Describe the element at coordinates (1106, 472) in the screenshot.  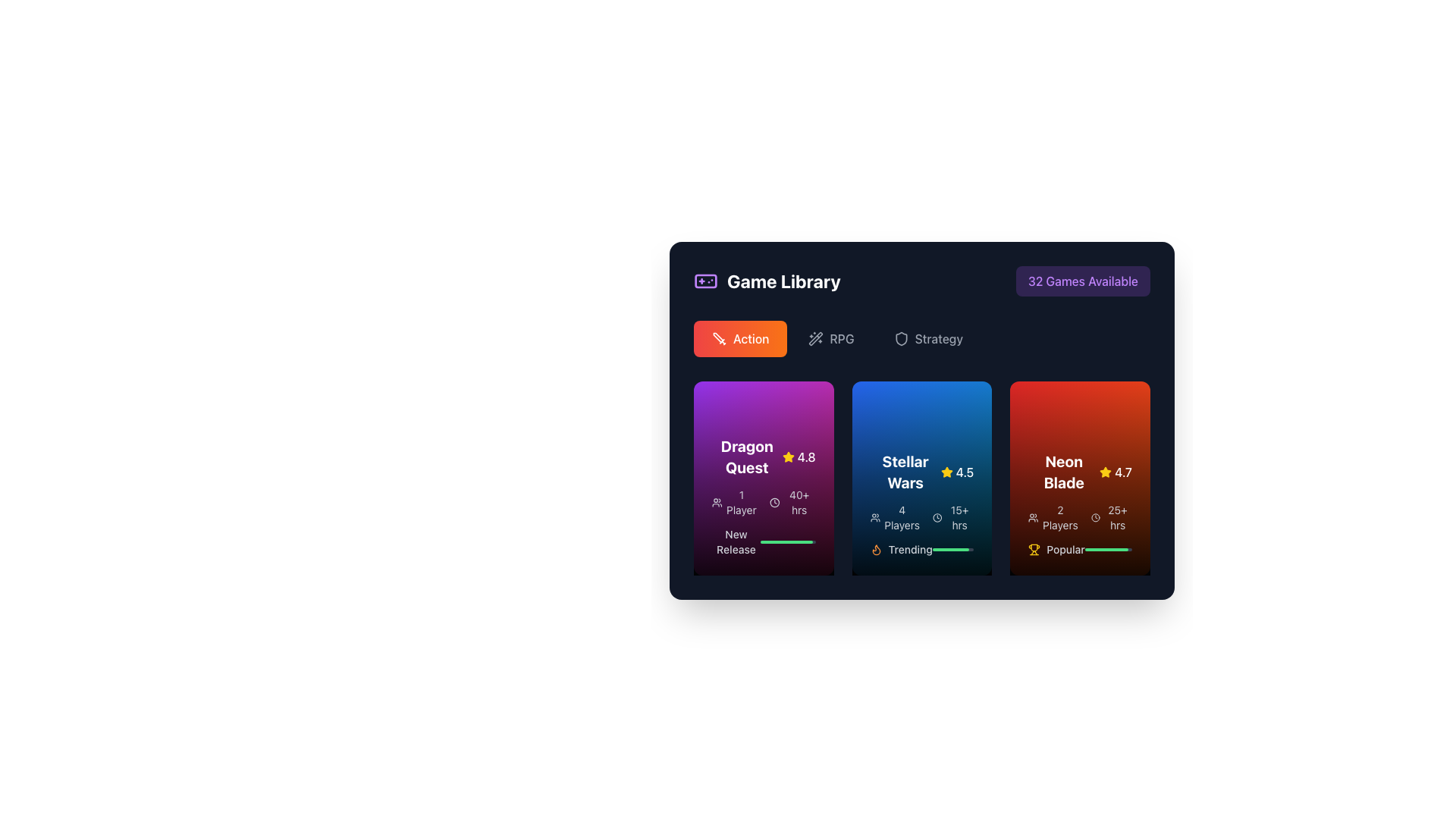
I see `the star-shaped icon with a yellow fill and border, located next to the text '4.7' in the rating segment of the 'Neon Blade' card within the 'Game Library' interface` at that location.